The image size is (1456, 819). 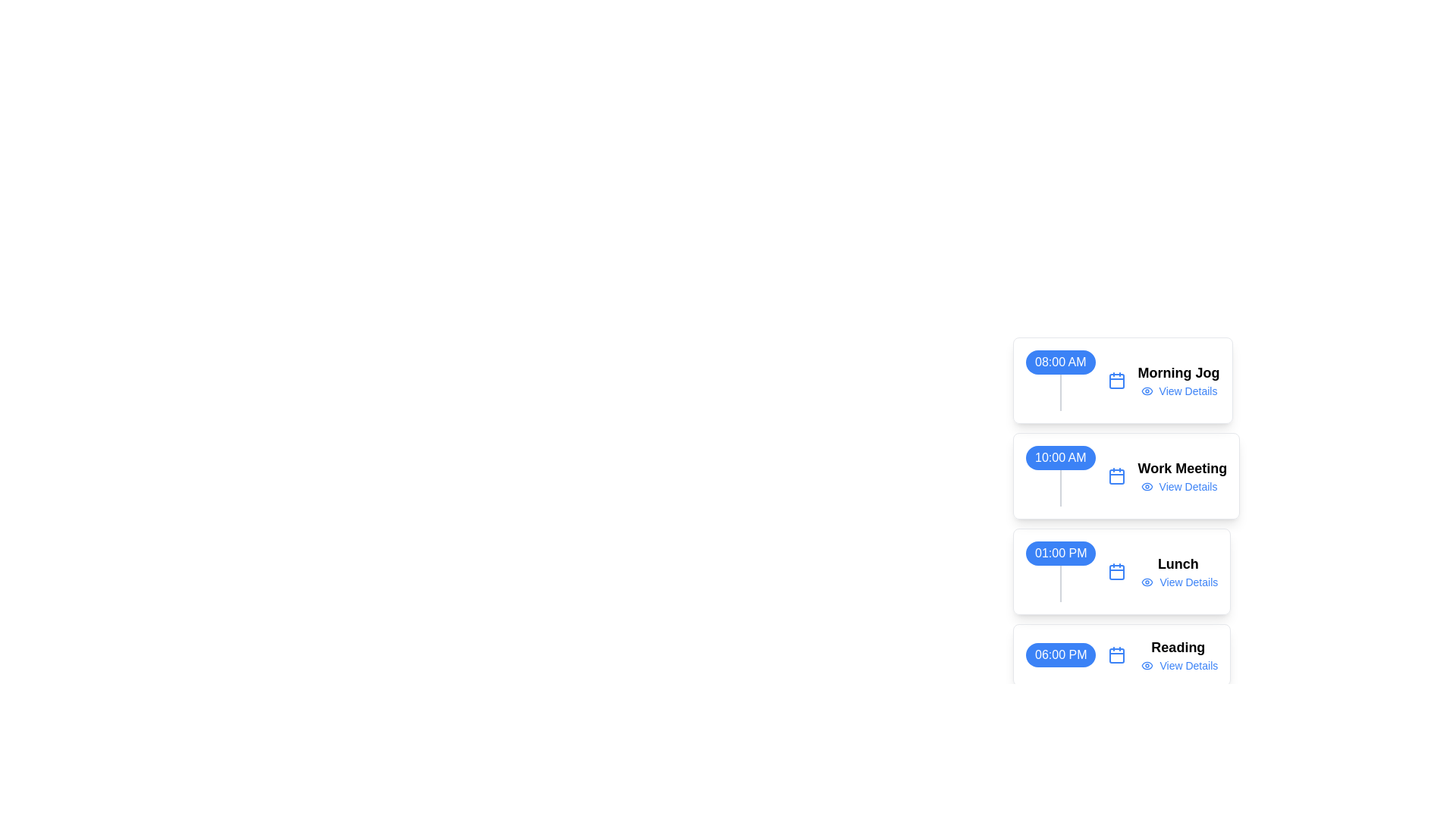 I want to click on the Time Badge label displaying '08:00 AM', so click(x=1059, y=379).